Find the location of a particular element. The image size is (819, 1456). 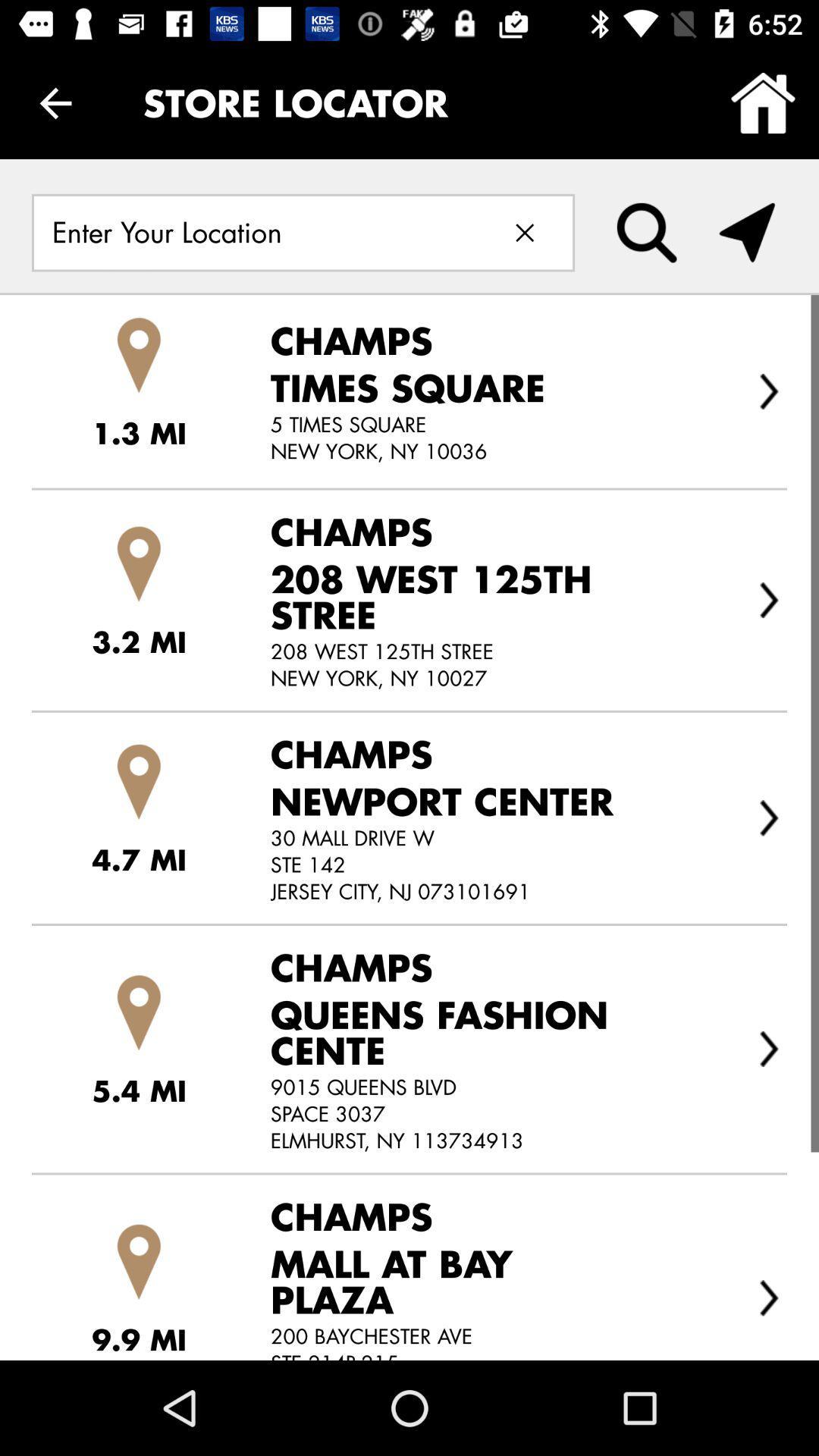

icon next to the store locator icon is located at coordinates (763, 102).